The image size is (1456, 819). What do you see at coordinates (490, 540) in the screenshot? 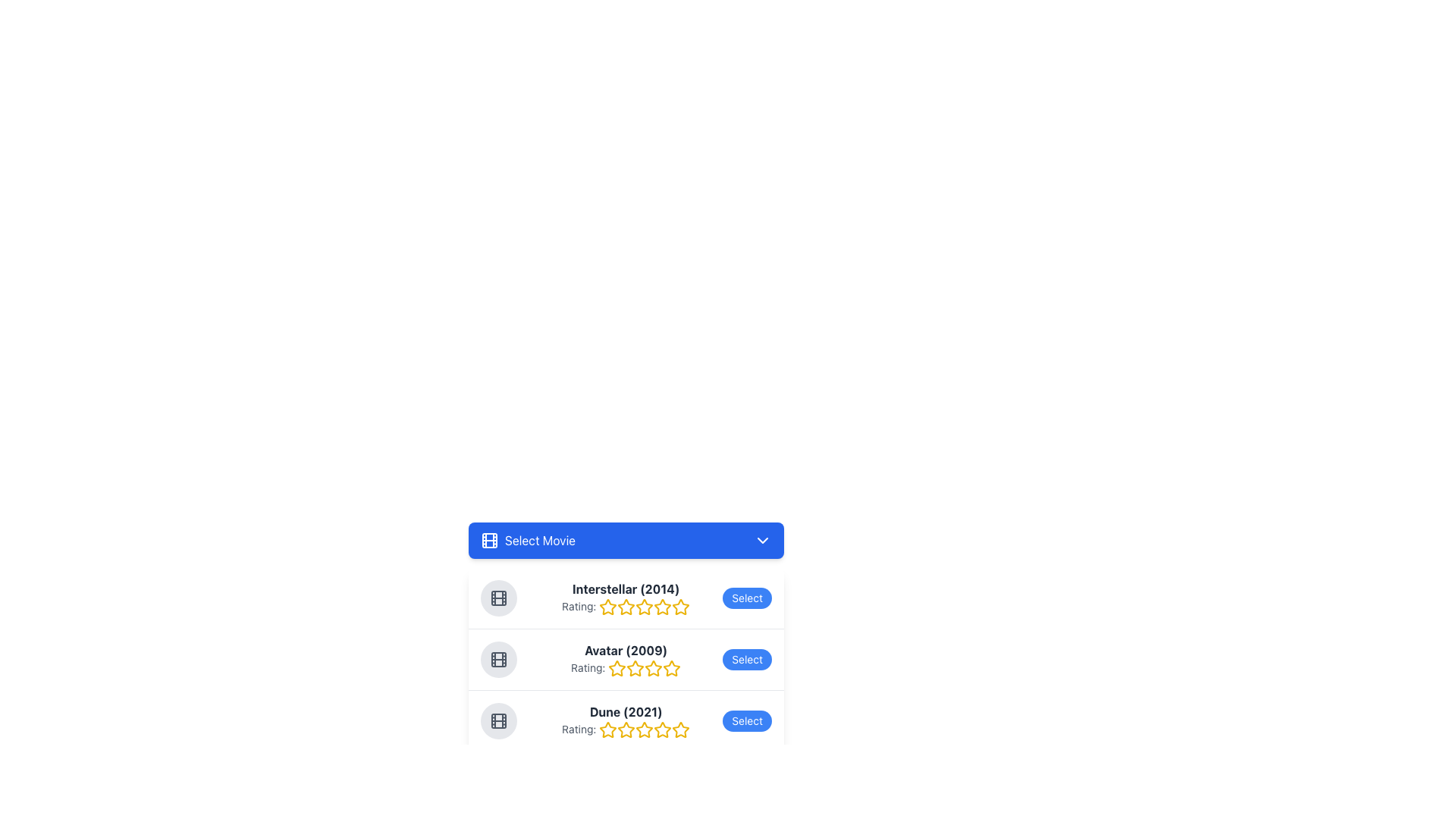
I see `the filmstrip icon located at the leftmost position within the 'Select Movie' header bar, which is visually styled as a rounded rectangle with smaller rectangles resembling film holes` at bounding box center [490, 540].